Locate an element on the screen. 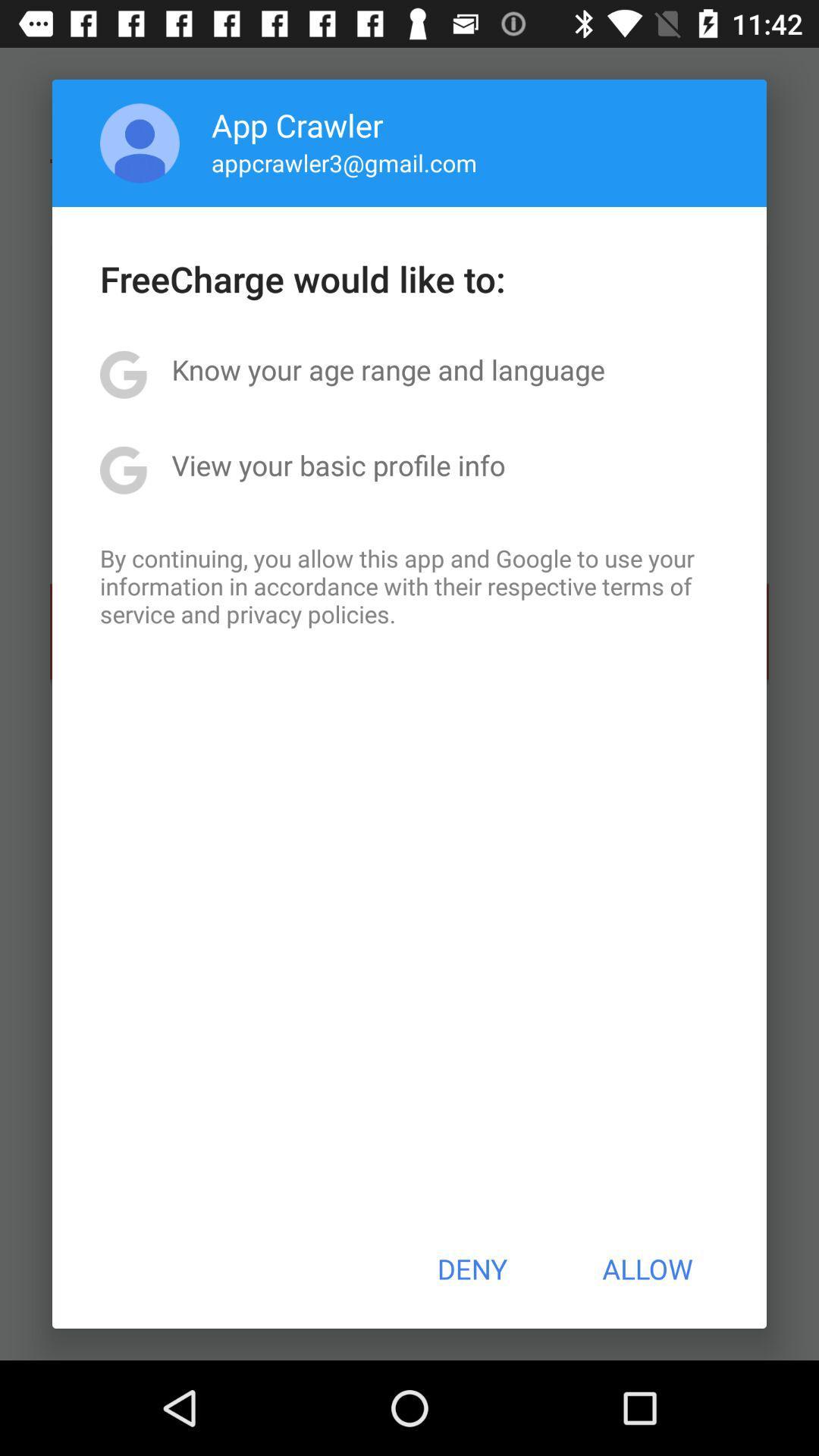 This screenshot has height=1456, width=819. app below by continuing you app is located at coordinates (471, 1269).